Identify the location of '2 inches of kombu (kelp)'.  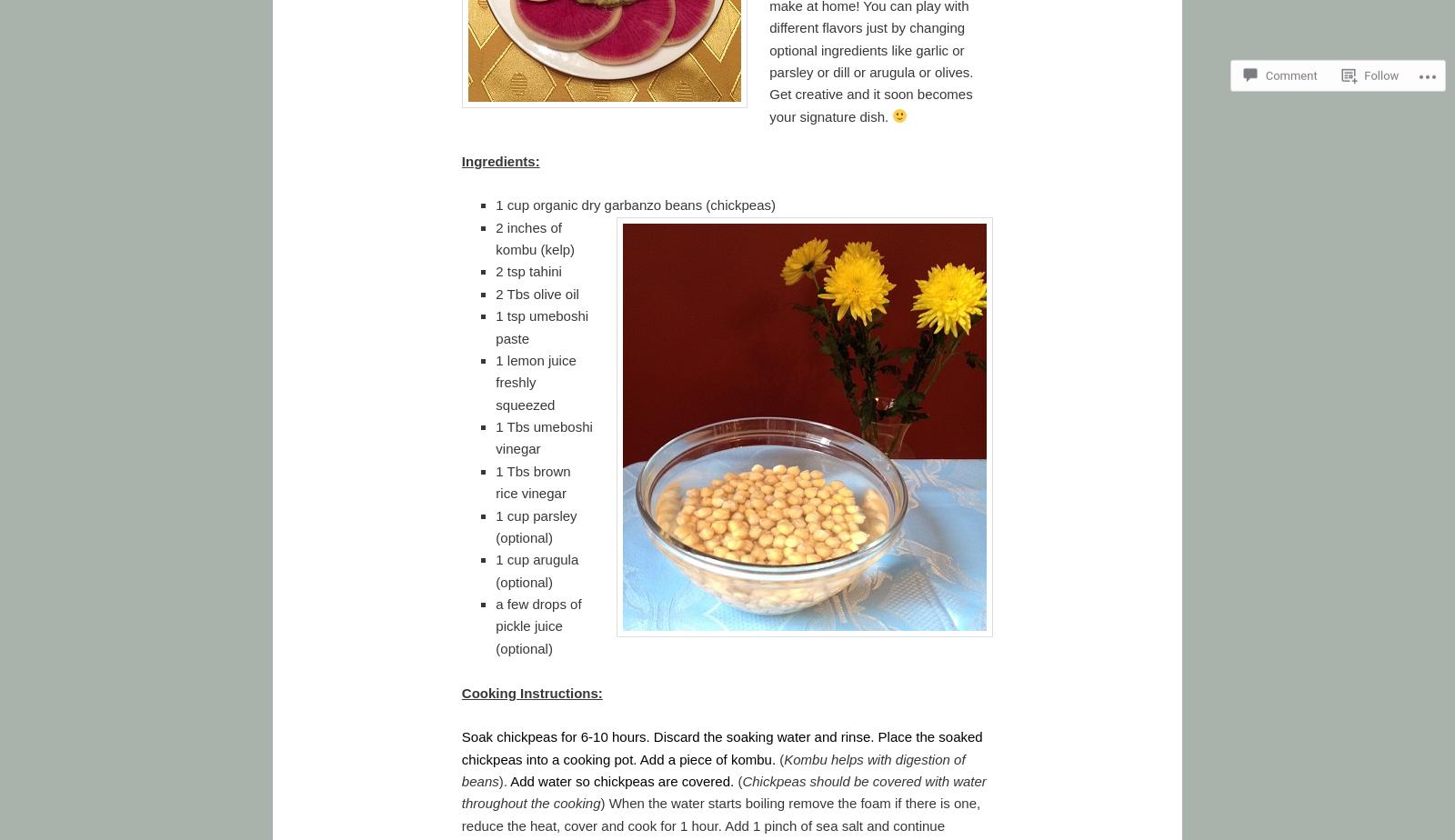
(534, 237).